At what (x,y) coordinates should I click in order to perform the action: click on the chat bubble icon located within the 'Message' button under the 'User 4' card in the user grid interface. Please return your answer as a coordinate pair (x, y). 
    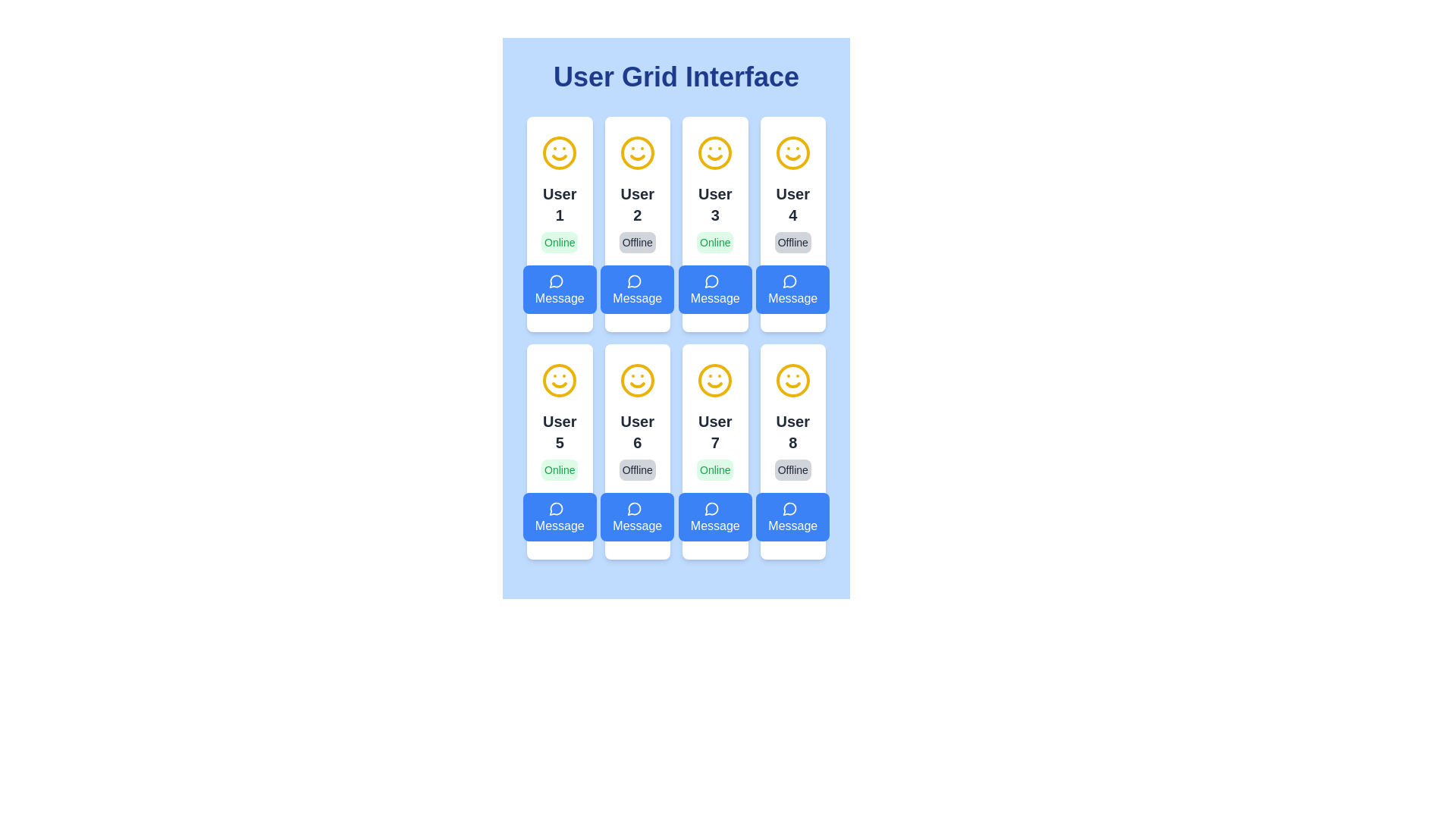
    Looking at the image, I should click on (789, 281).